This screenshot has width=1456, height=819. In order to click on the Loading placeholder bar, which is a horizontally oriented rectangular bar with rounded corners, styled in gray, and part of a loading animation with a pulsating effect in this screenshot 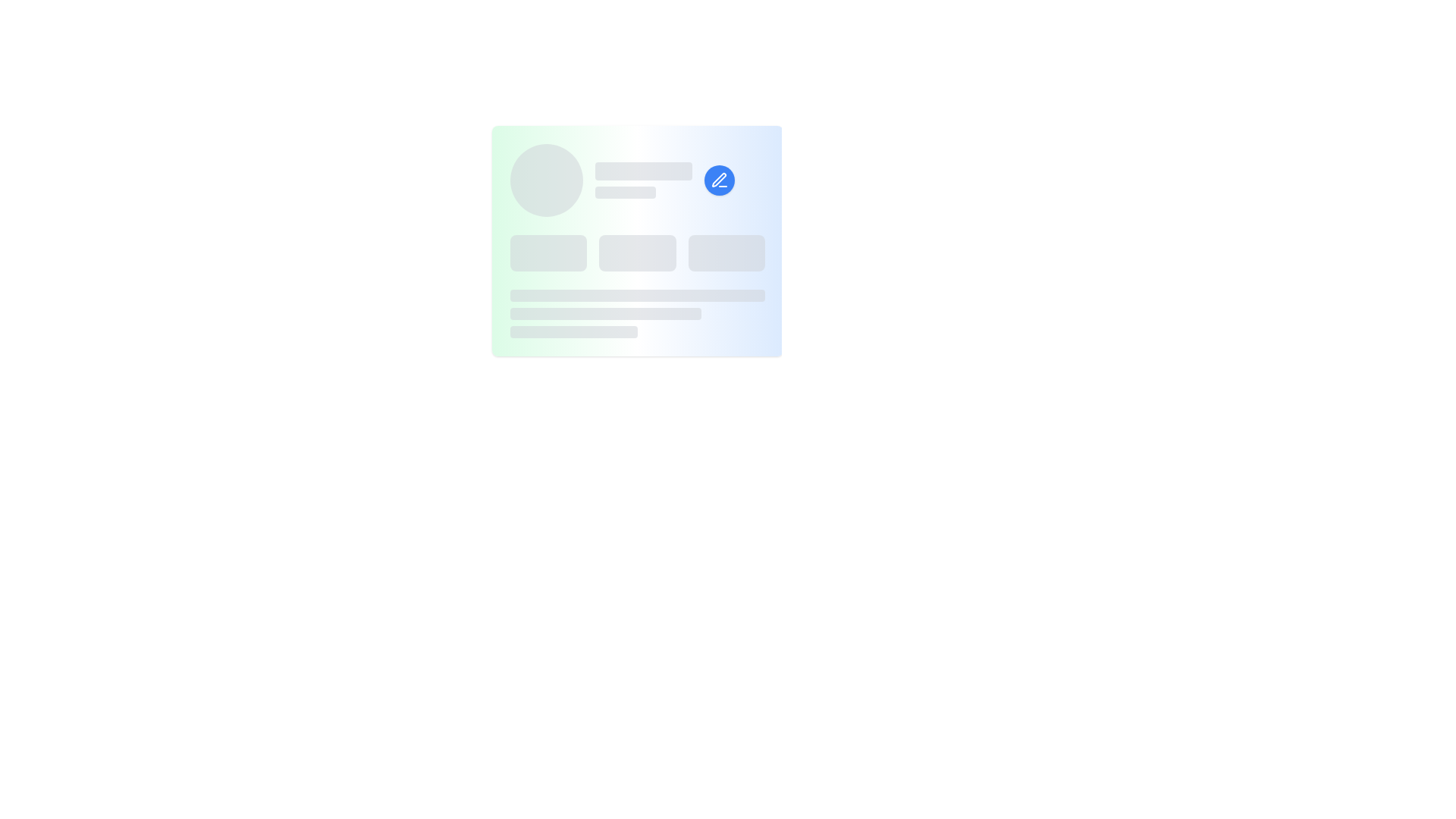, I will do `click(573, 331)`.